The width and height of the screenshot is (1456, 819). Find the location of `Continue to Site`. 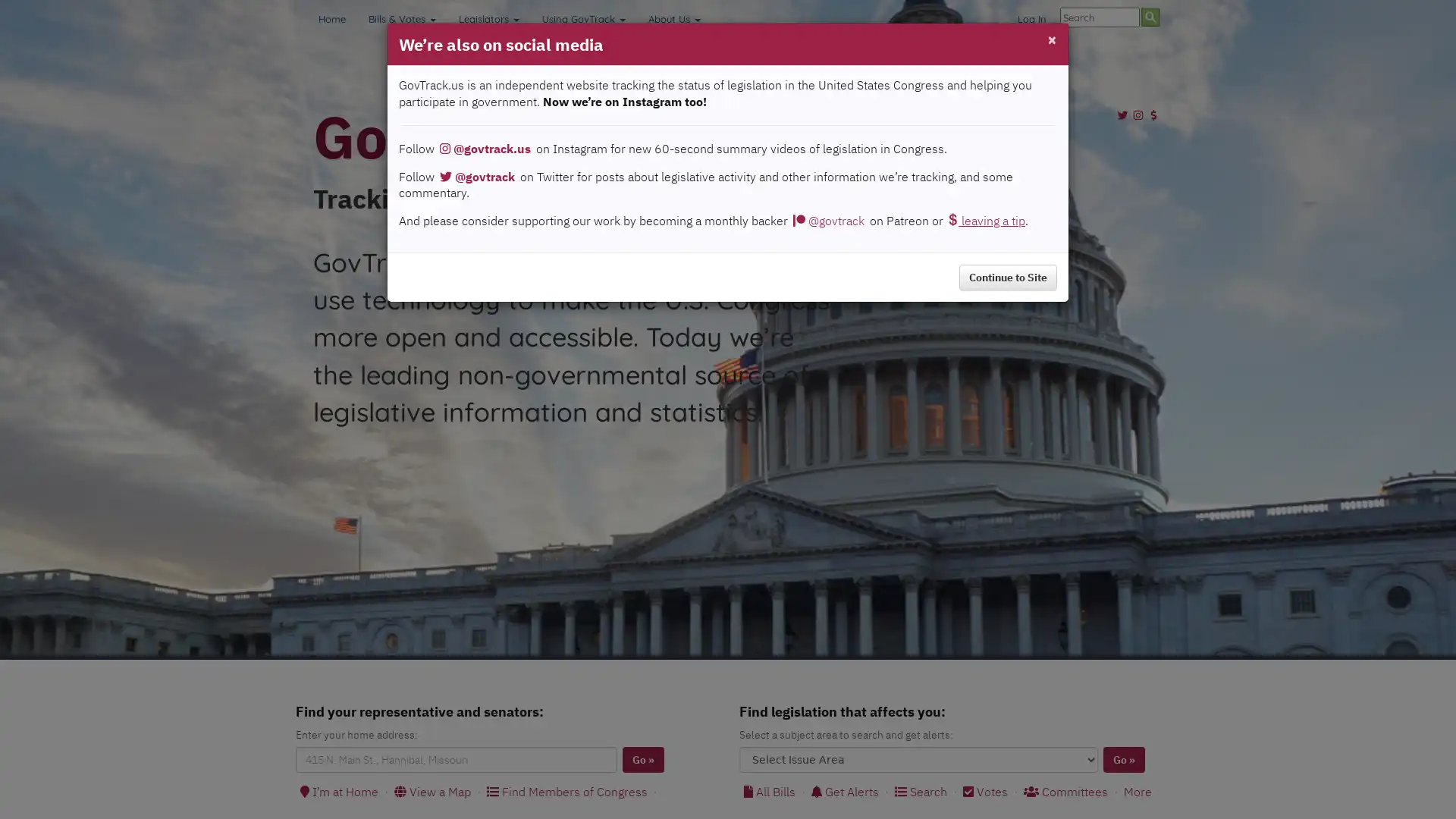

Continue to Site is located at coordinates (1008, 278).